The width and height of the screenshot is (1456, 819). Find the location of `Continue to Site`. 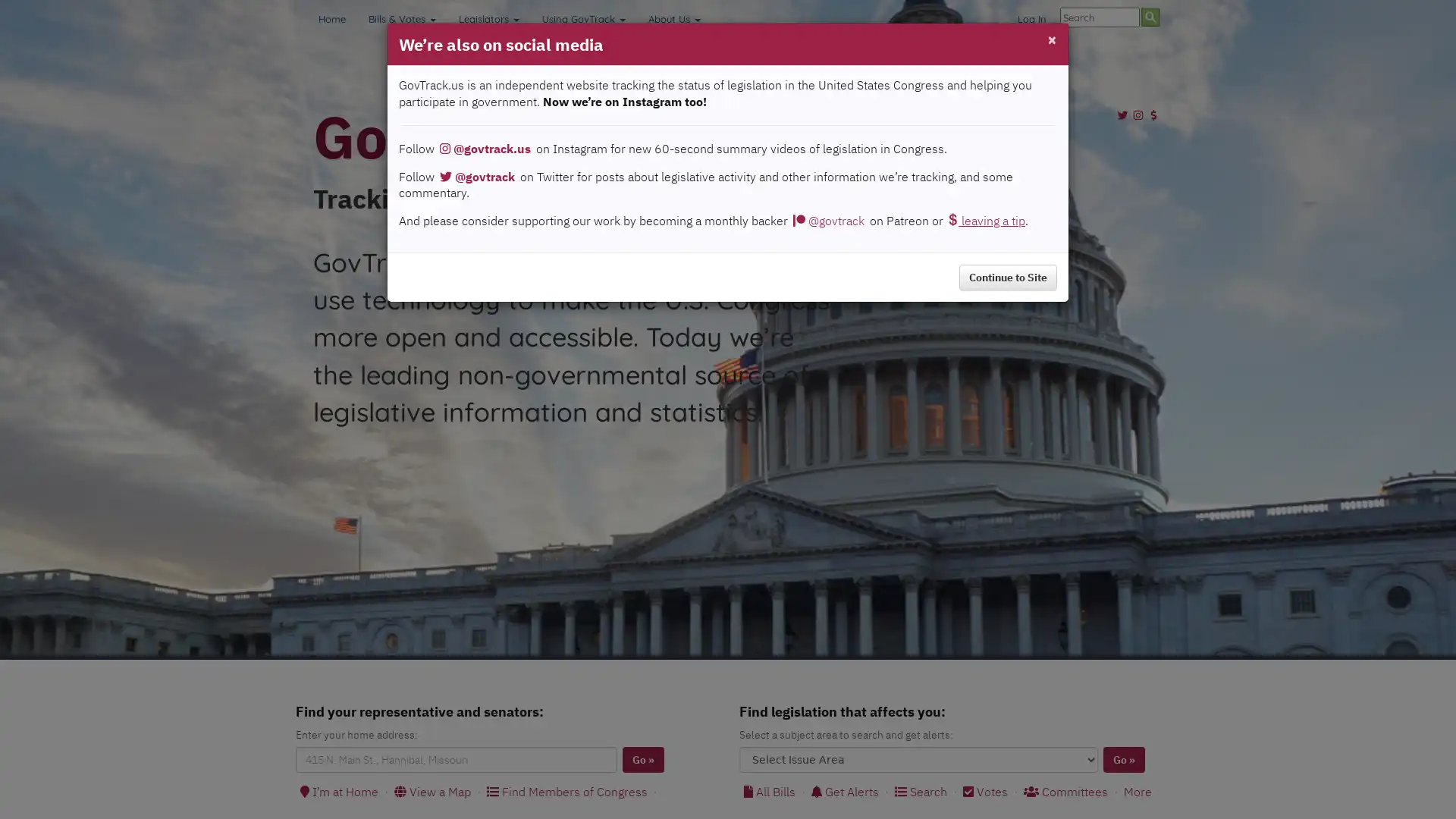

Continue to Site is located at coordinates (1008, 278).